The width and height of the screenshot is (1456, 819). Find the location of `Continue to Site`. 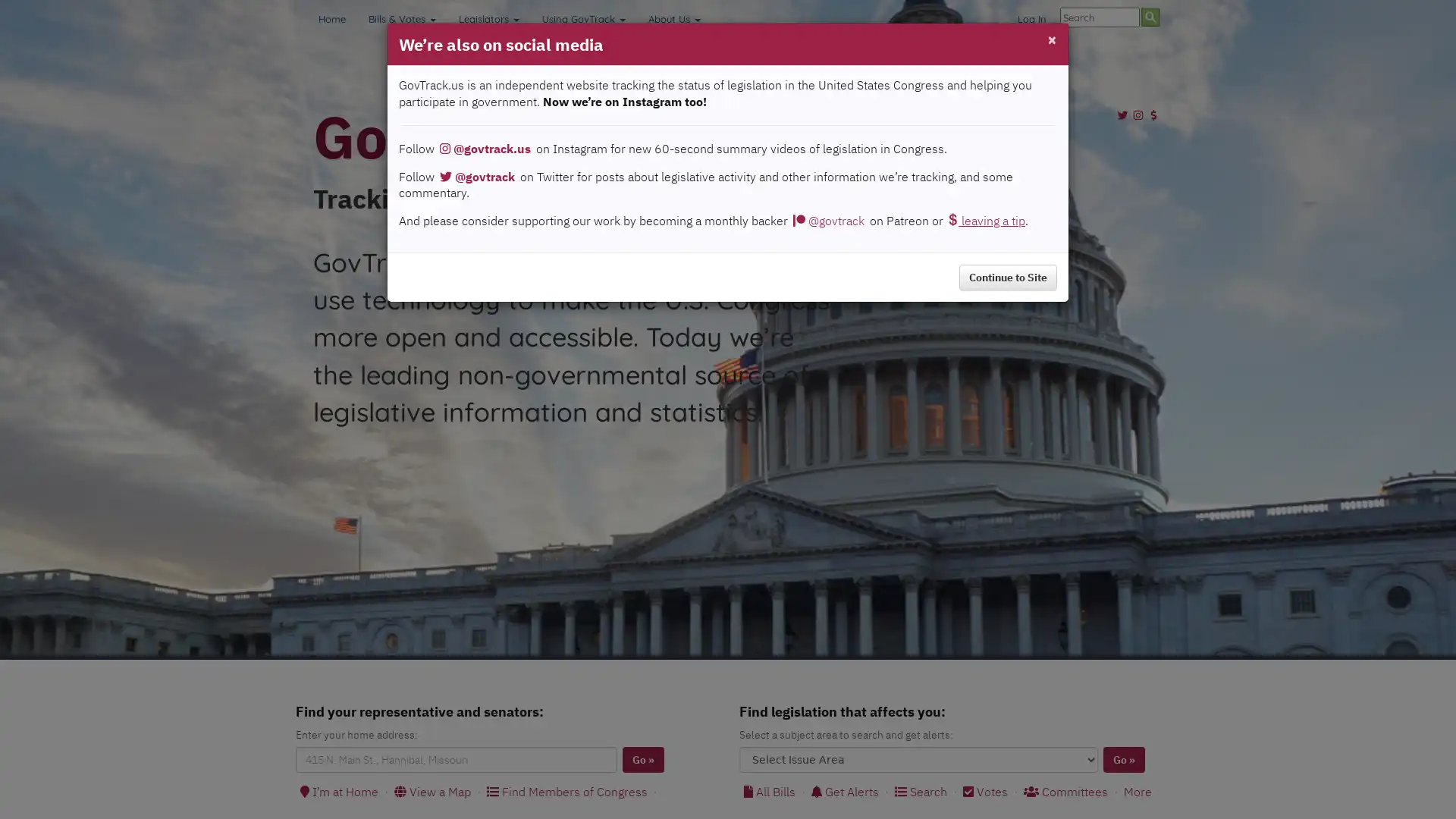

Continue to Site is located at coordinates (1008, 278).